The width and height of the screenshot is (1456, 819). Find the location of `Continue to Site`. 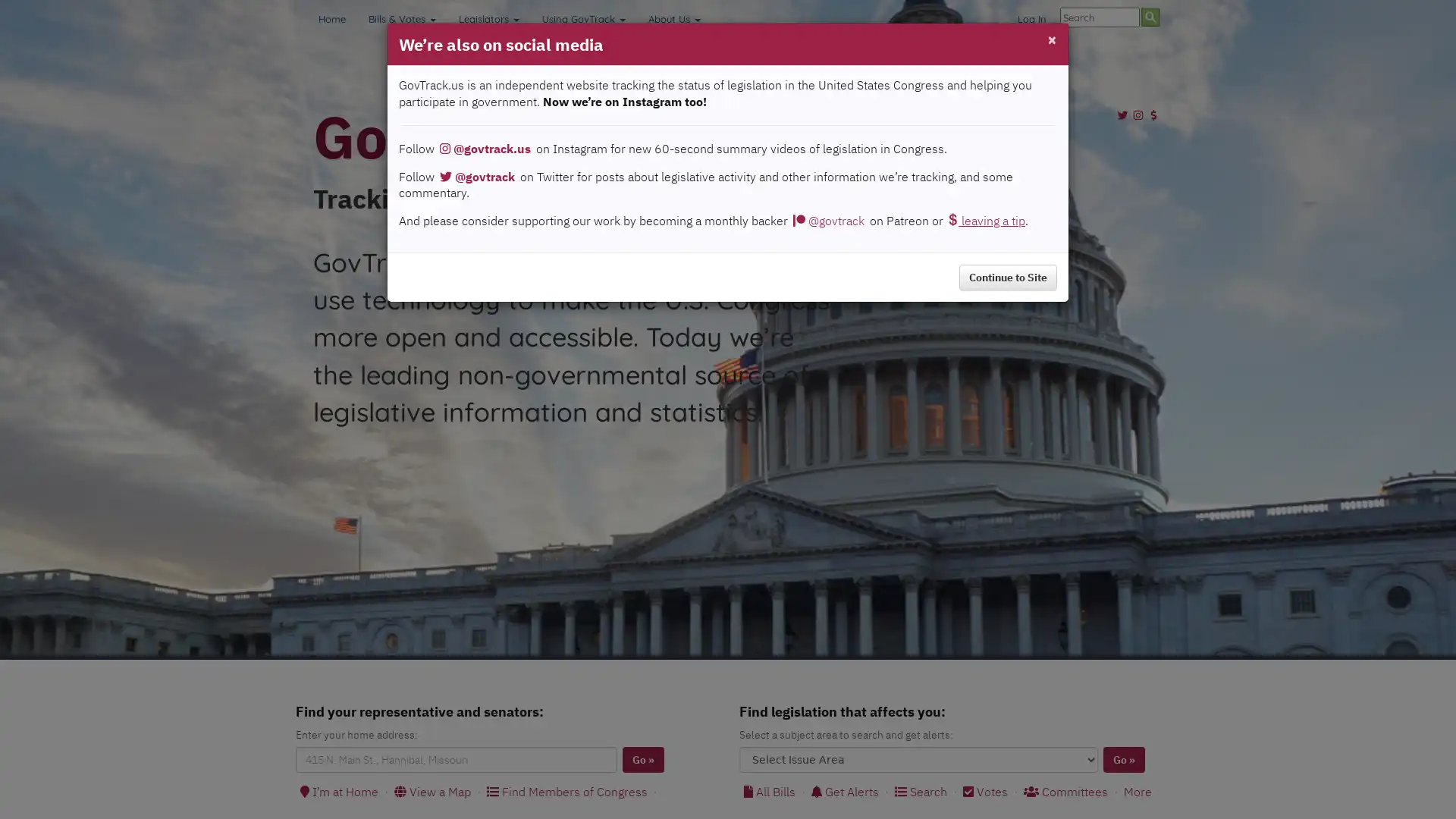

Continue to Site is located at coordinates (1008, 278).